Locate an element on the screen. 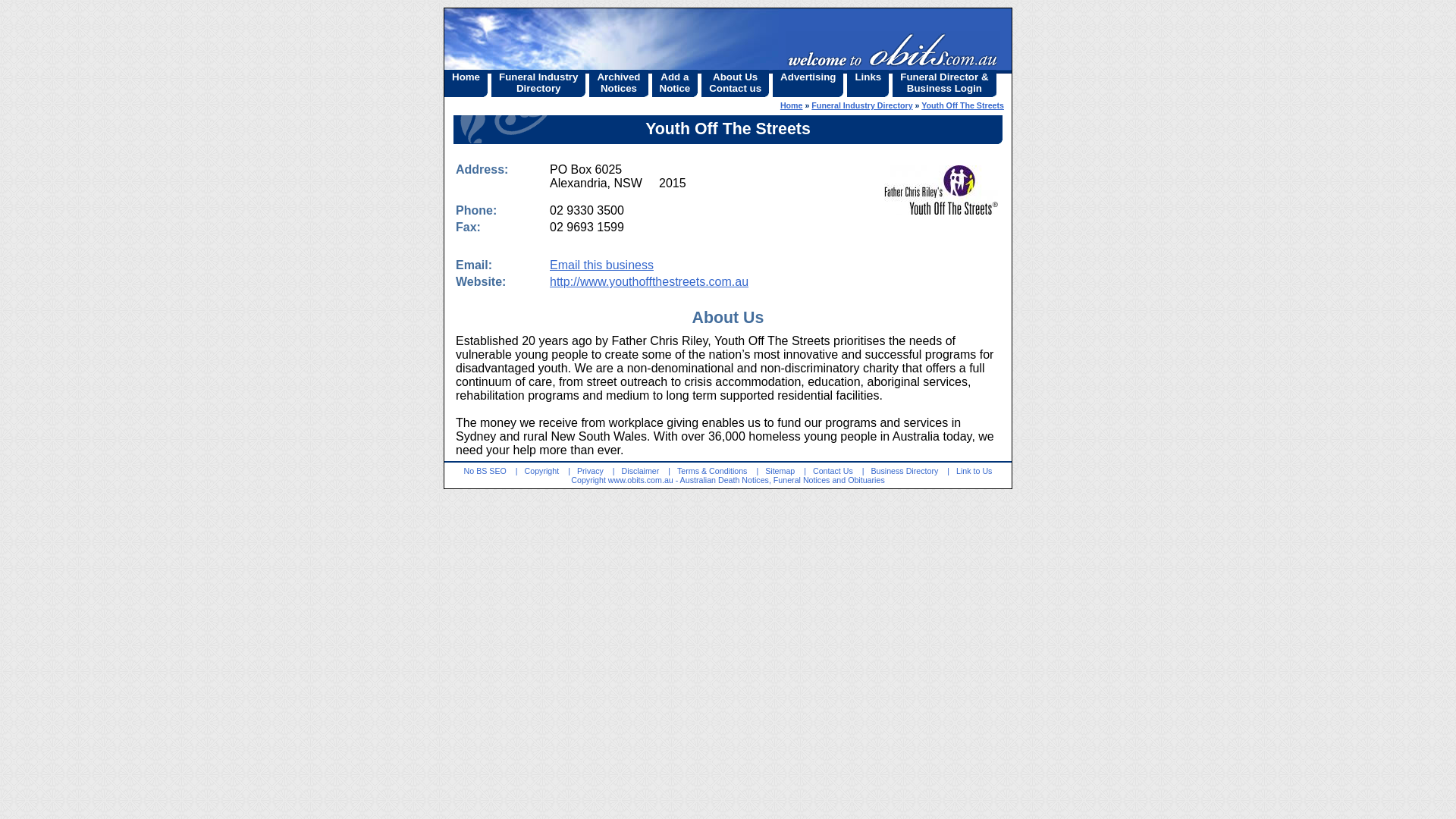  'Youth Off The Streets' is located at coordinates (920, 104).